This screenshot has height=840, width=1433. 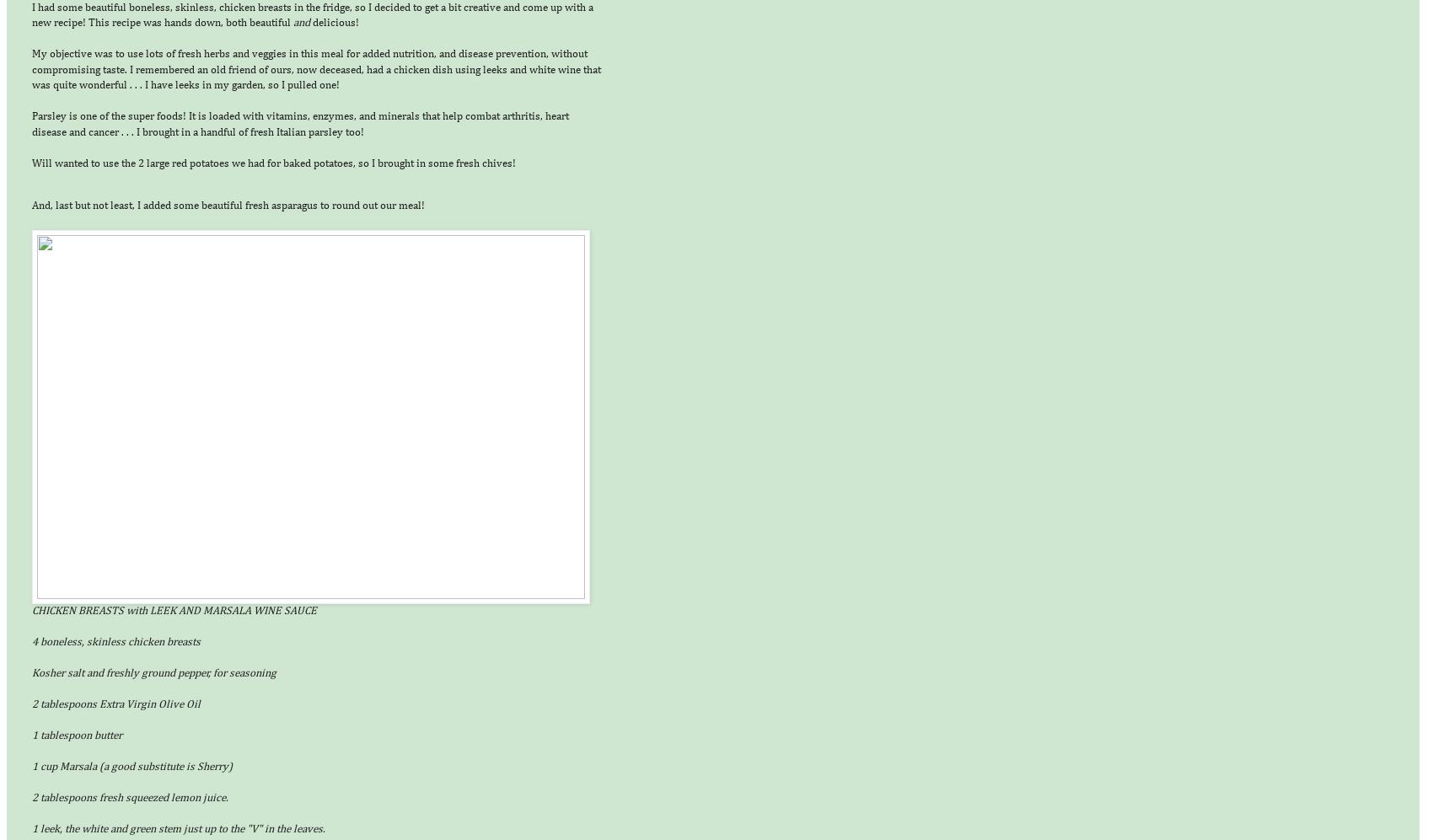 What do you see at coordinates (228, 204) in the screenshot?
I see `'And, last but not least, I added some beautiful fresh asparagus to round out our meal!'` at bounding box center [228, 204].